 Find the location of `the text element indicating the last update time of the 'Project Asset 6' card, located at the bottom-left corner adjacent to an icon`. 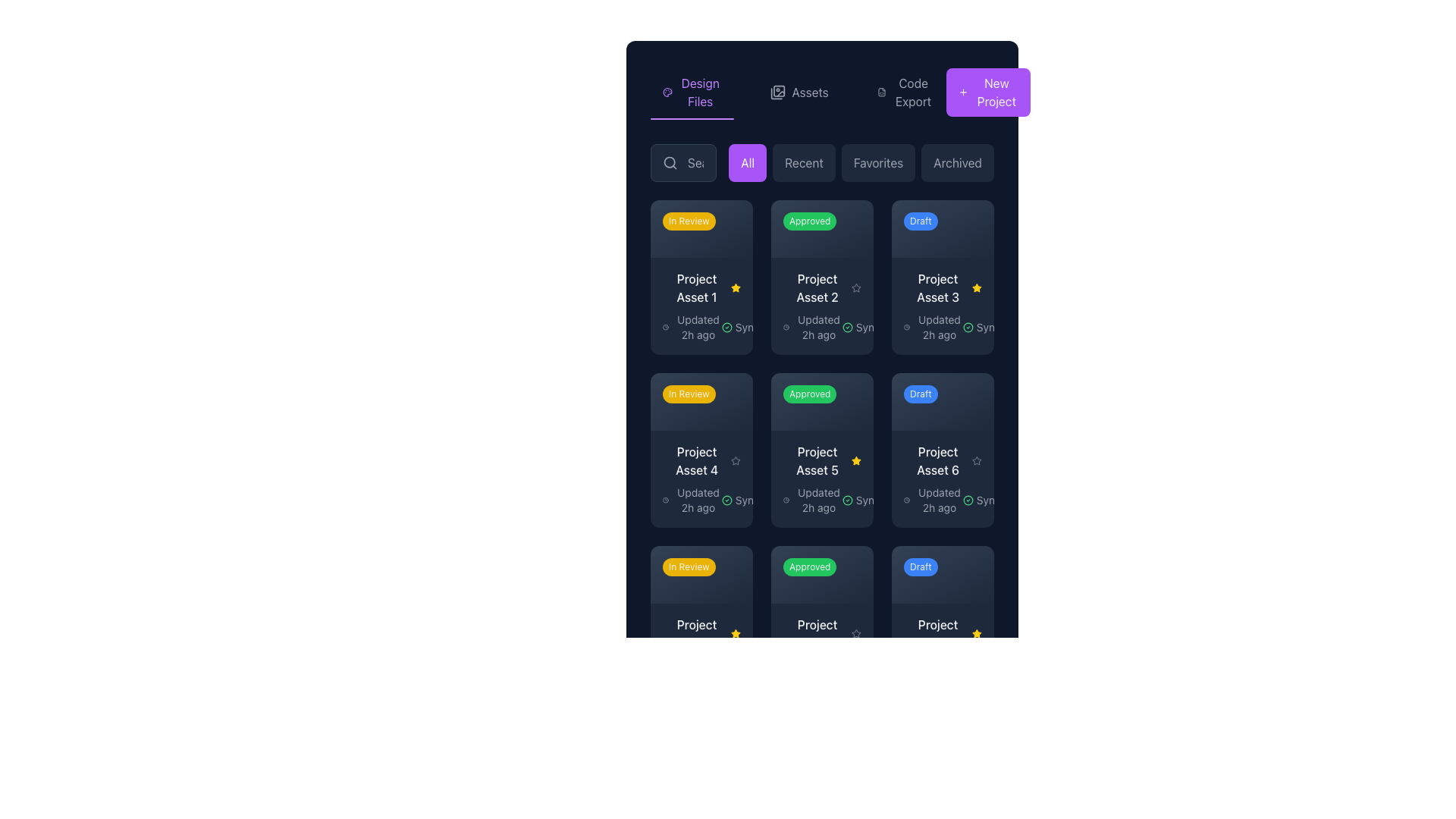

the text element indicating the last update time of the 'Project Asset 6' card, located at the bottom-left corner adjacent to an icon is located at coordinates (938, 500).